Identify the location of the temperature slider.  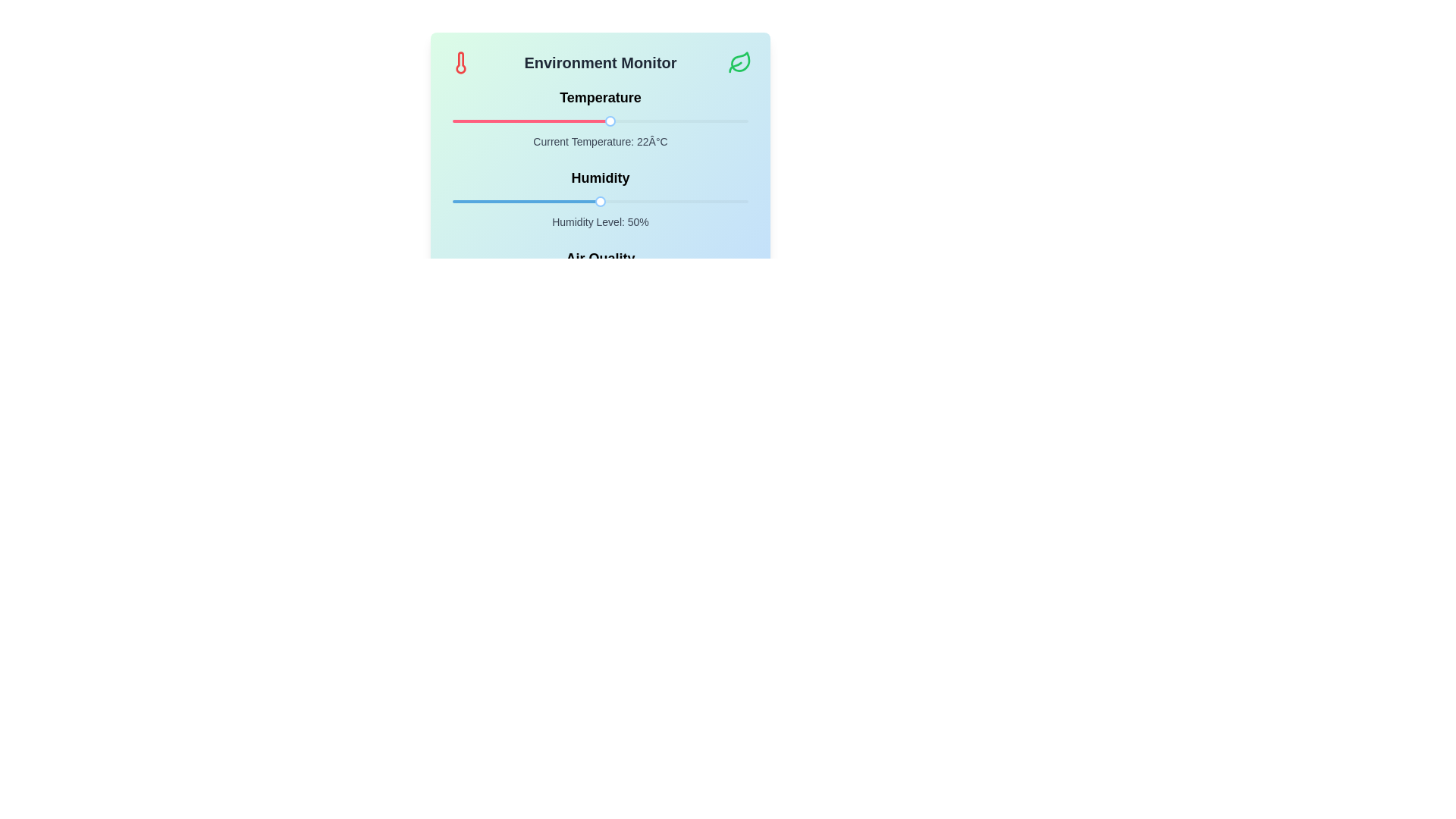
(541, 120).